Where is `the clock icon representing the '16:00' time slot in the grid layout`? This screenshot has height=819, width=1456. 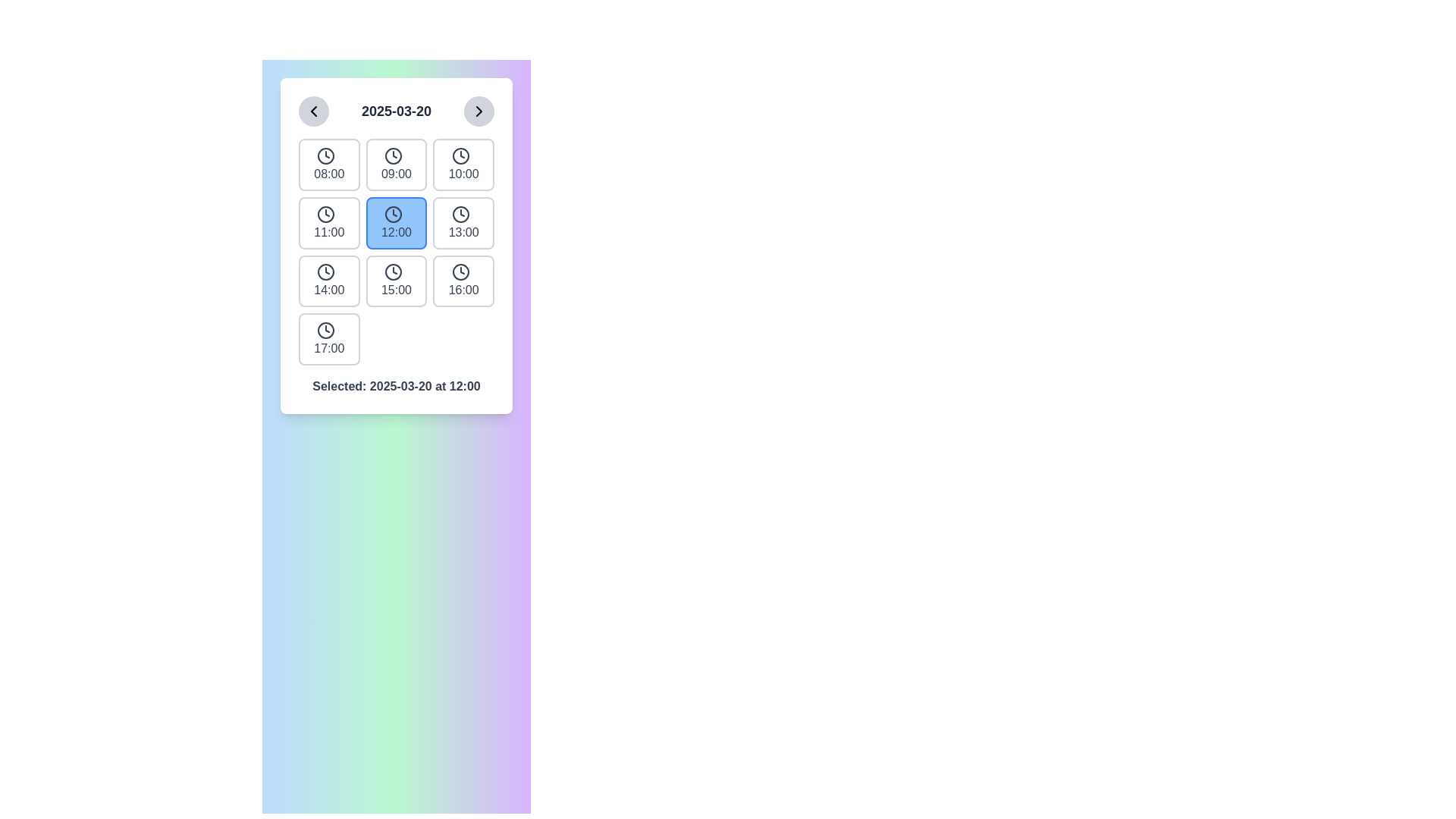
the clock icon representing the '16:00' time slot in the grid layout is located at coordinates (460, 271).